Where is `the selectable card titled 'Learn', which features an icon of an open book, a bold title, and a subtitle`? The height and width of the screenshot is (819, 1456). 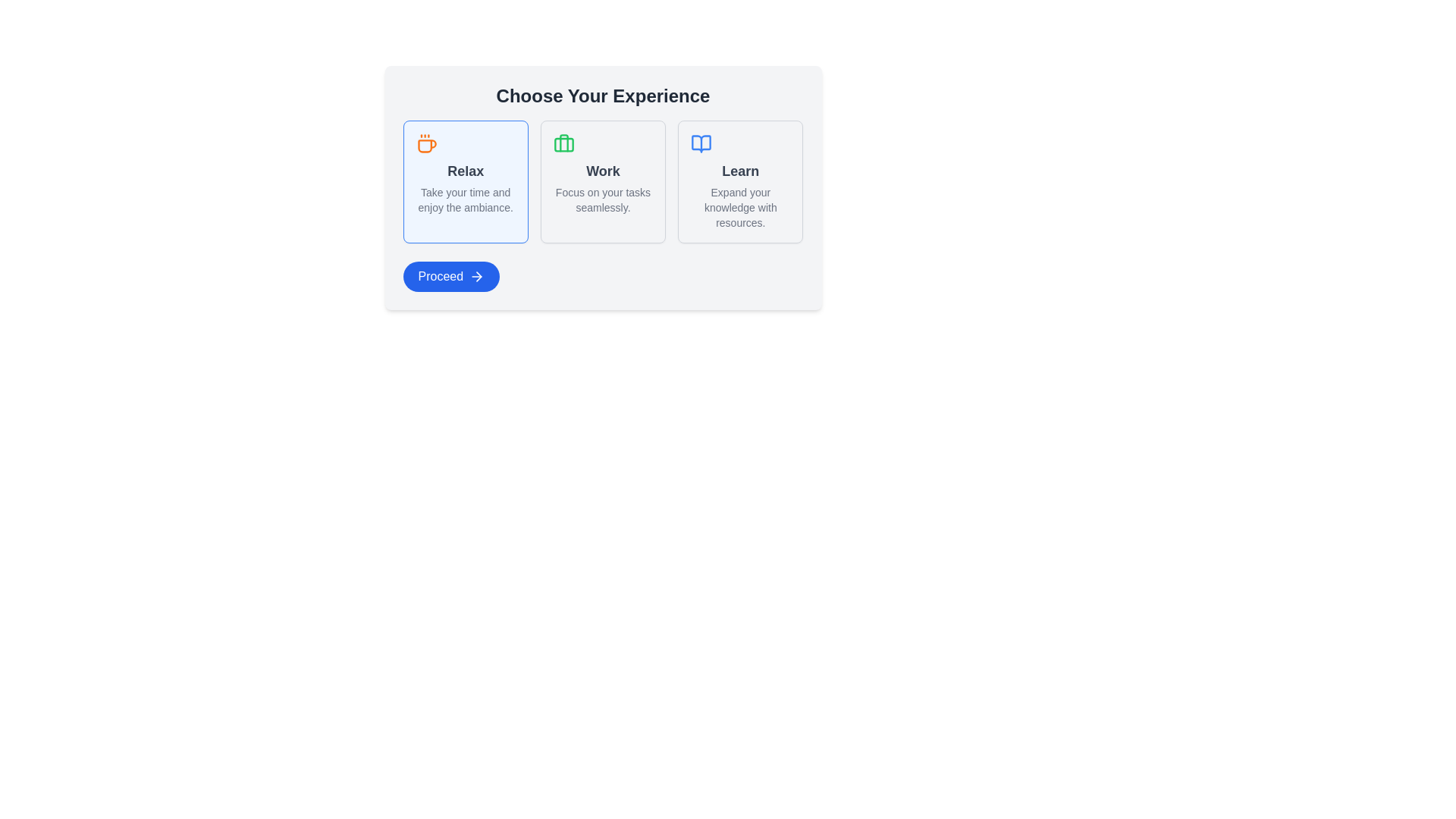
the selectable card titled 'Learn', which features an icon of an open book, a bold title, and a subtitle is located at coordinates (740, 180).